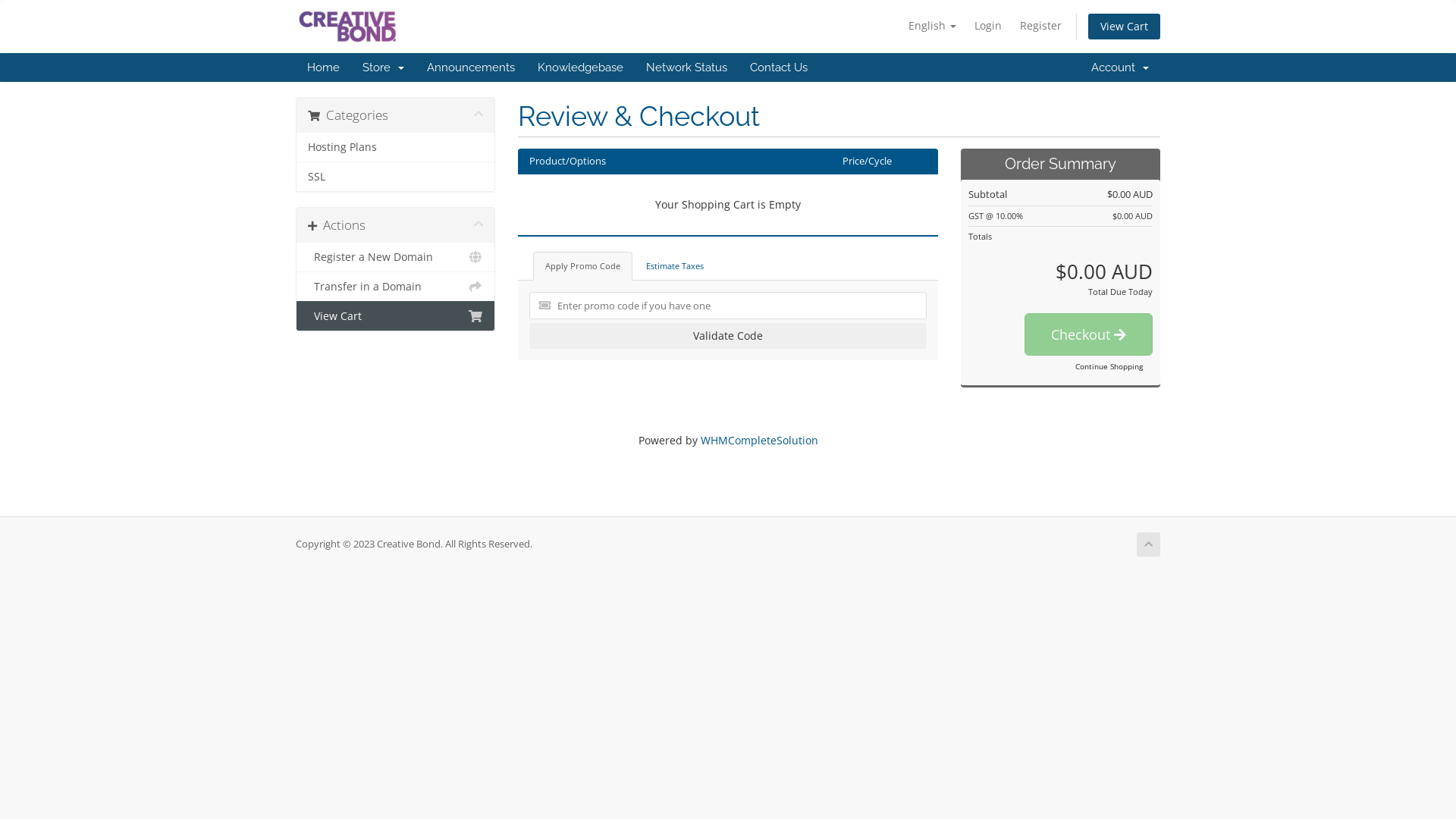 This screenshot has width=1456, height=819. I want to click on 'WHMCompleteSolution', so click(759, 440).